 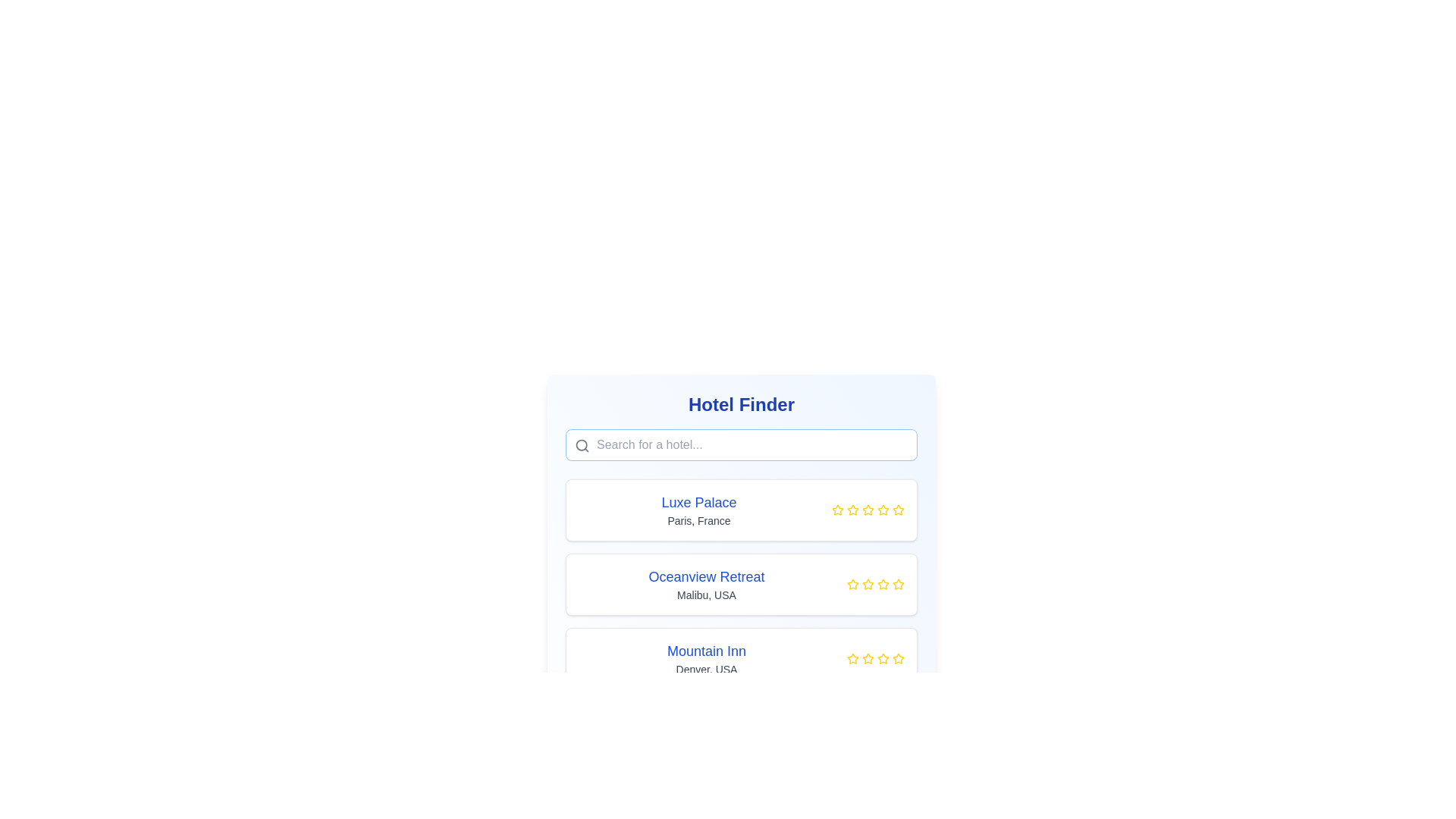 I want to click on the third entry in the 'Hotel Finder' interface, which displays a hotel name and its location along with a space for user ratings, so click(x=742, y=657).